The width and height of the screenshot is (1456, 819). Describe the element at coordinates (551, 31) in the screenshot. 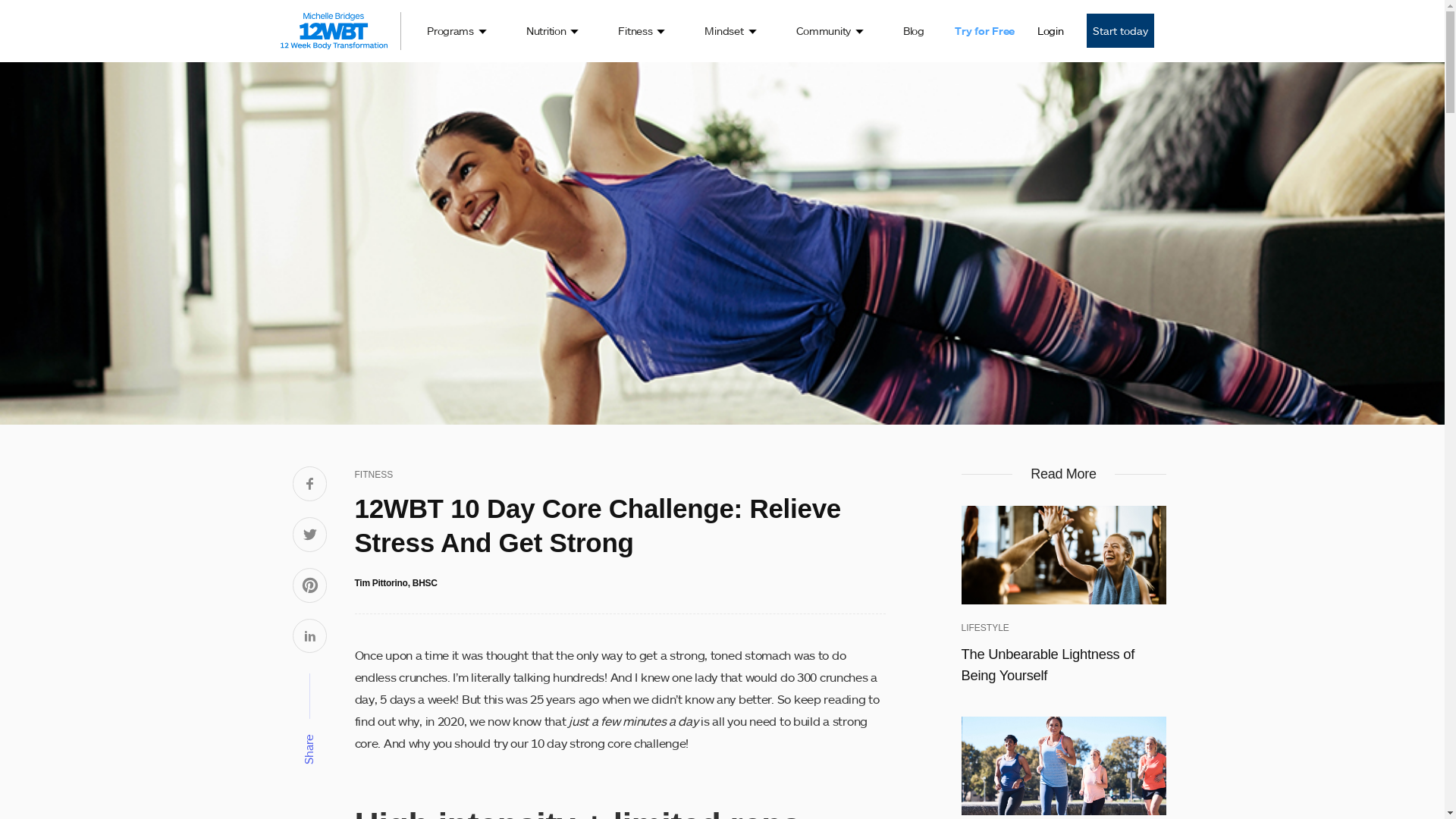

I see `'Nutrition'` at that location.